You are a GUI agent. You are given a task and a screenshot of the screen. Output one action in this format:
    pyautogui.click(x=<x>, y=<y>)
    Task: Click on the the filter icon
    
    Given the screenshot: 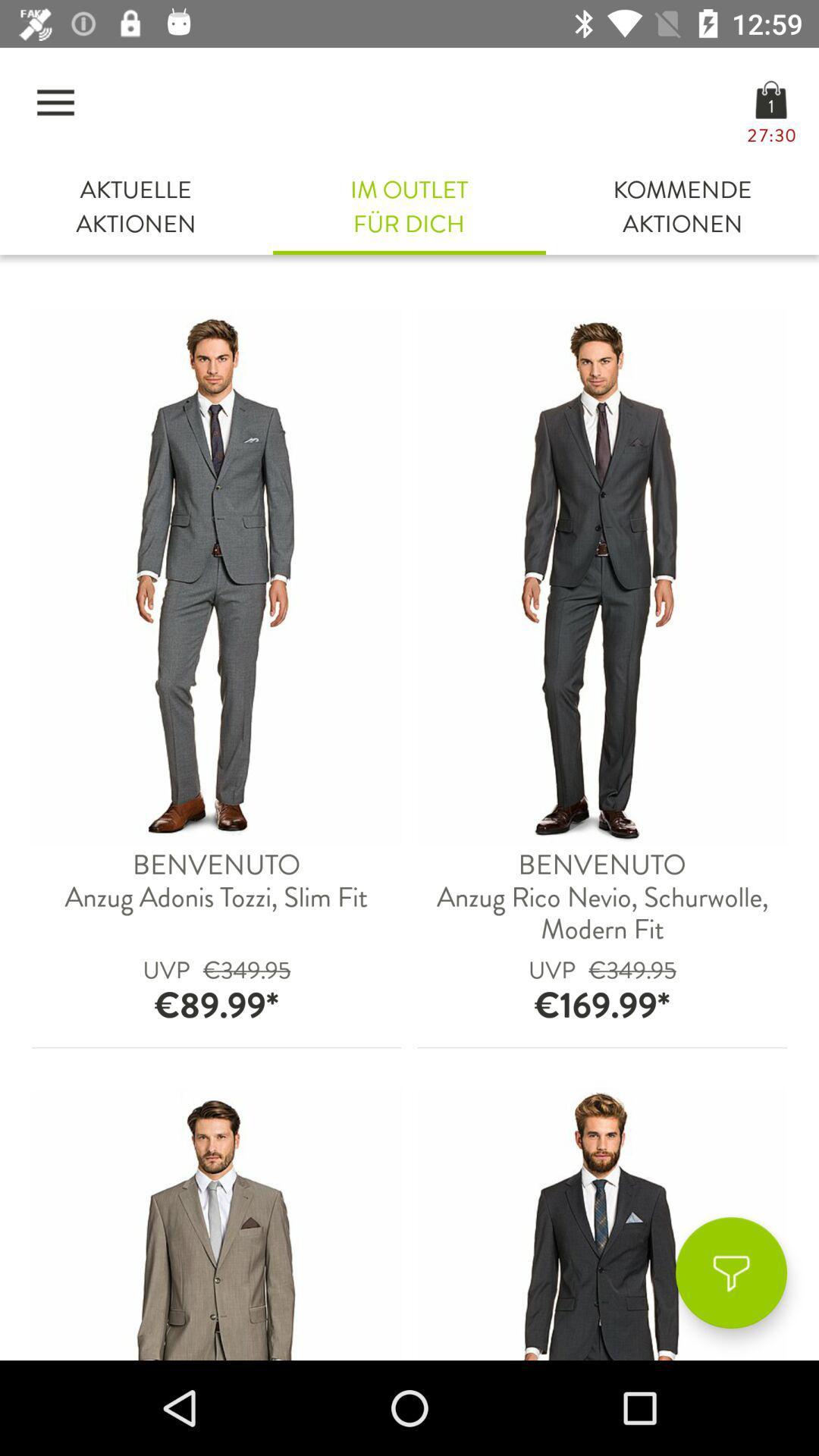 What is the action you would take?
    pyautogui.click(x=730, y=1272)
    